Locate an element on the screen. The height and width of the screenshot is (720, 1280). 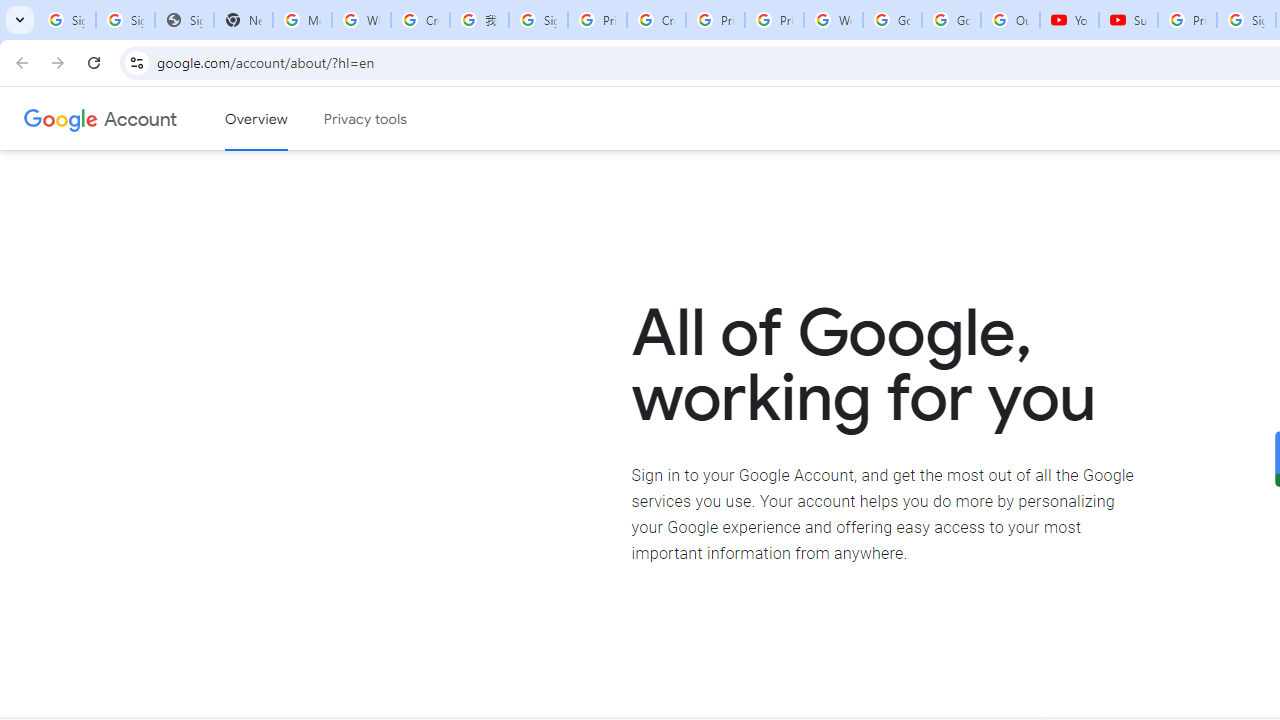
'Who is my administrator? - Google Account Help' is located at coordinates (360, 20).